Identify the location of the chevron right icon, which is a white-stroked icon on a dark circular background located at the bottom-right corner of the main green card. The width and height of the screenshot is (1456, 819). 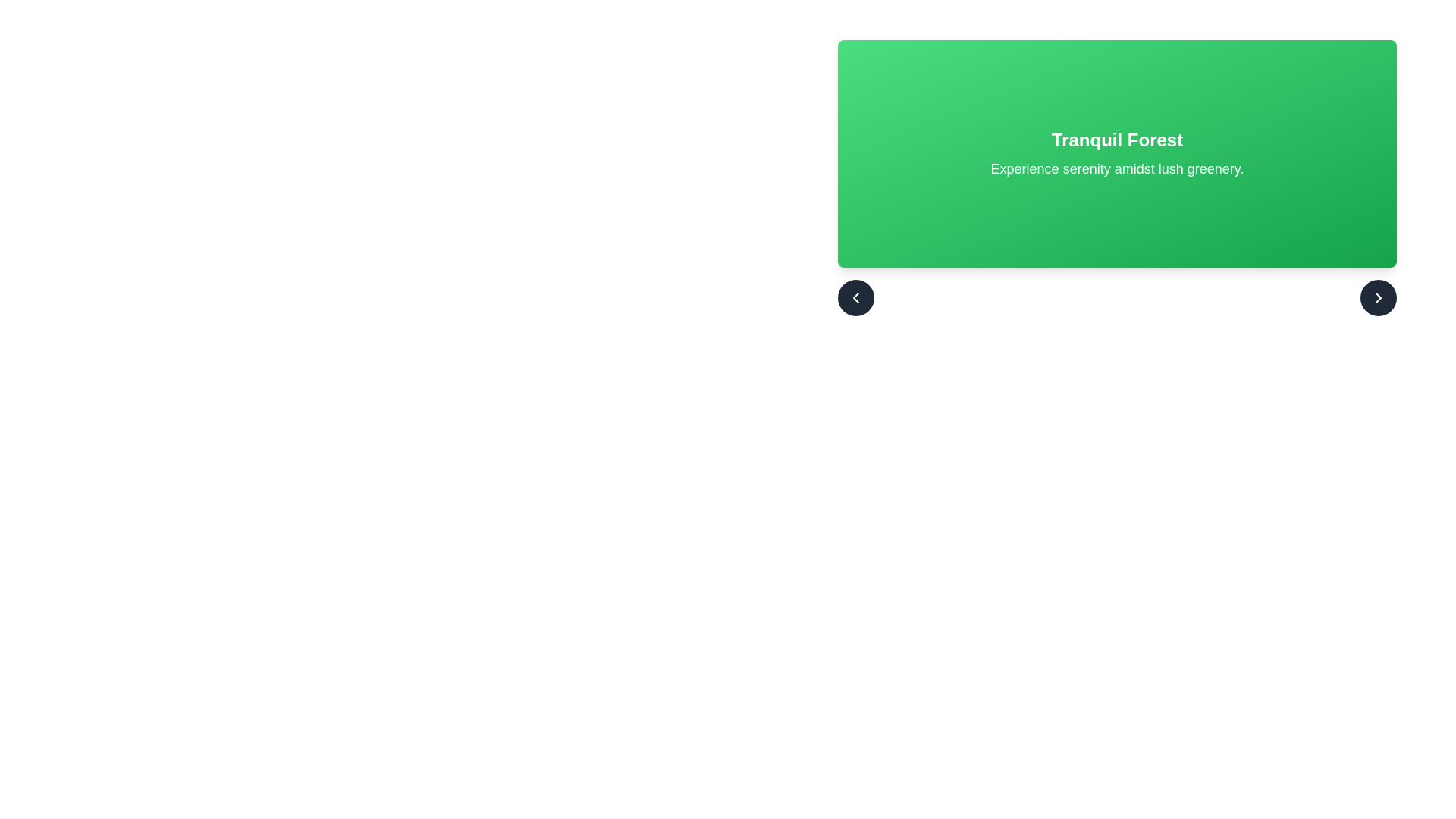
(1379, 298).